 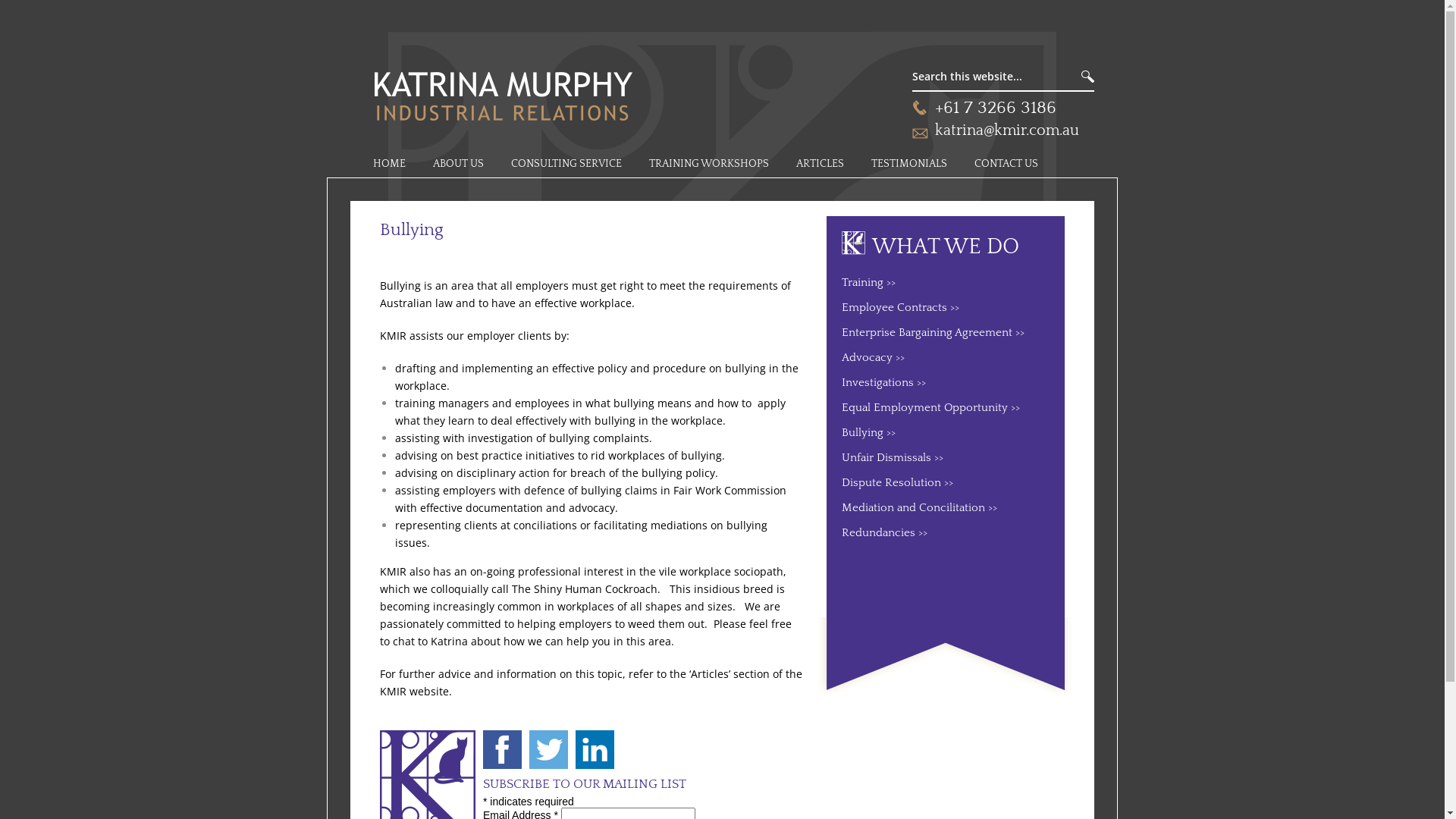 I want to click on 'CONSULTING SERVICE', so click(x=566, y=164).